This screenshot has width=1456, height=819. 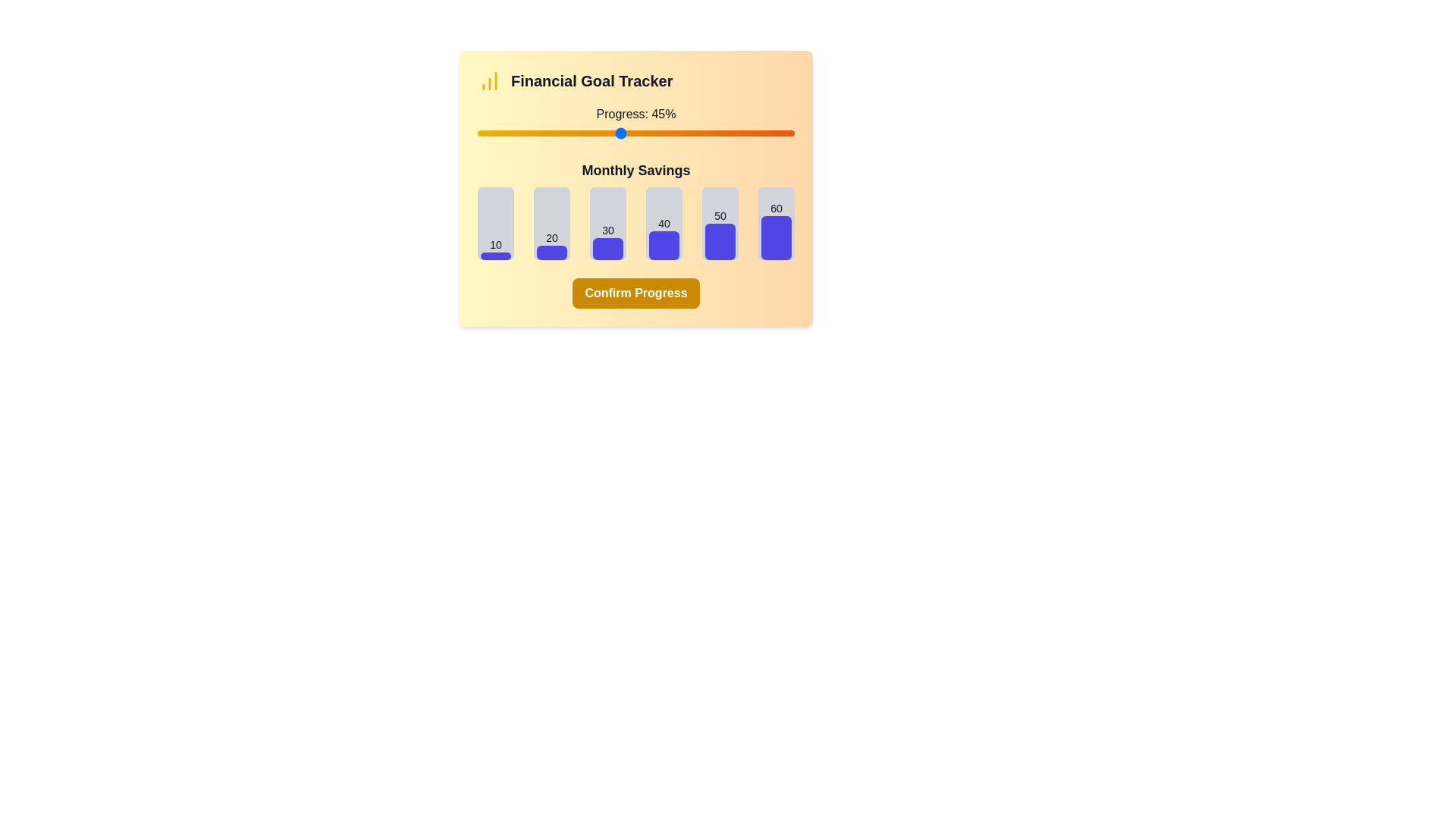 I want to click on the progress slider to 42%, so click(x=610, y=133).